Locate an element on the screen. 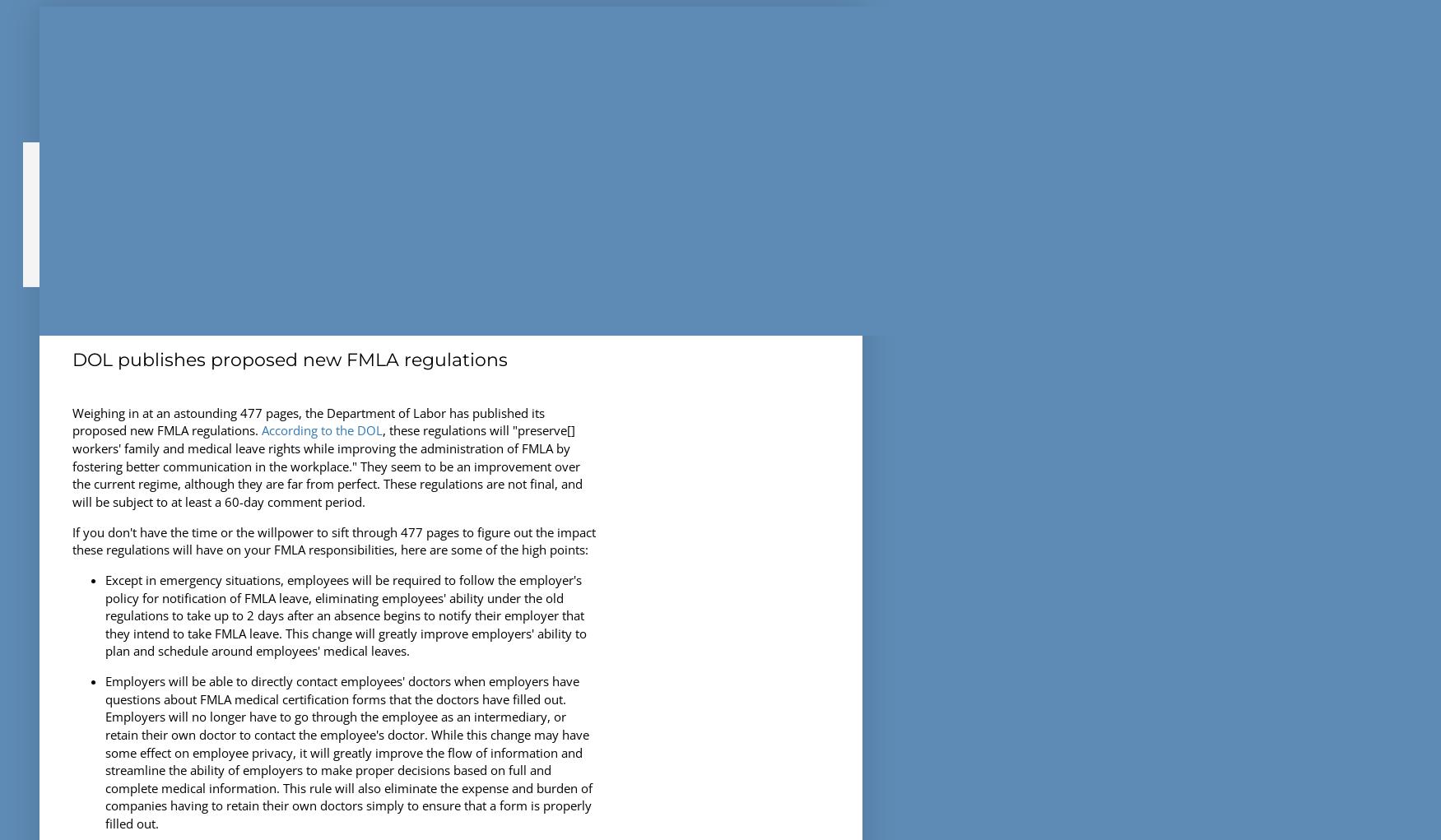 The image size is (1441, 840). ', these regulations will "preserve[] workers' family and medical leave rights while improving the administration of FMLA by fostering better communication in the workplace." They seem to be an improvement over the current regime, although they are far from perfect. These regulations are not final, and will be subject to at least a 60-day comment period.' is located at coordinates (72, 465).